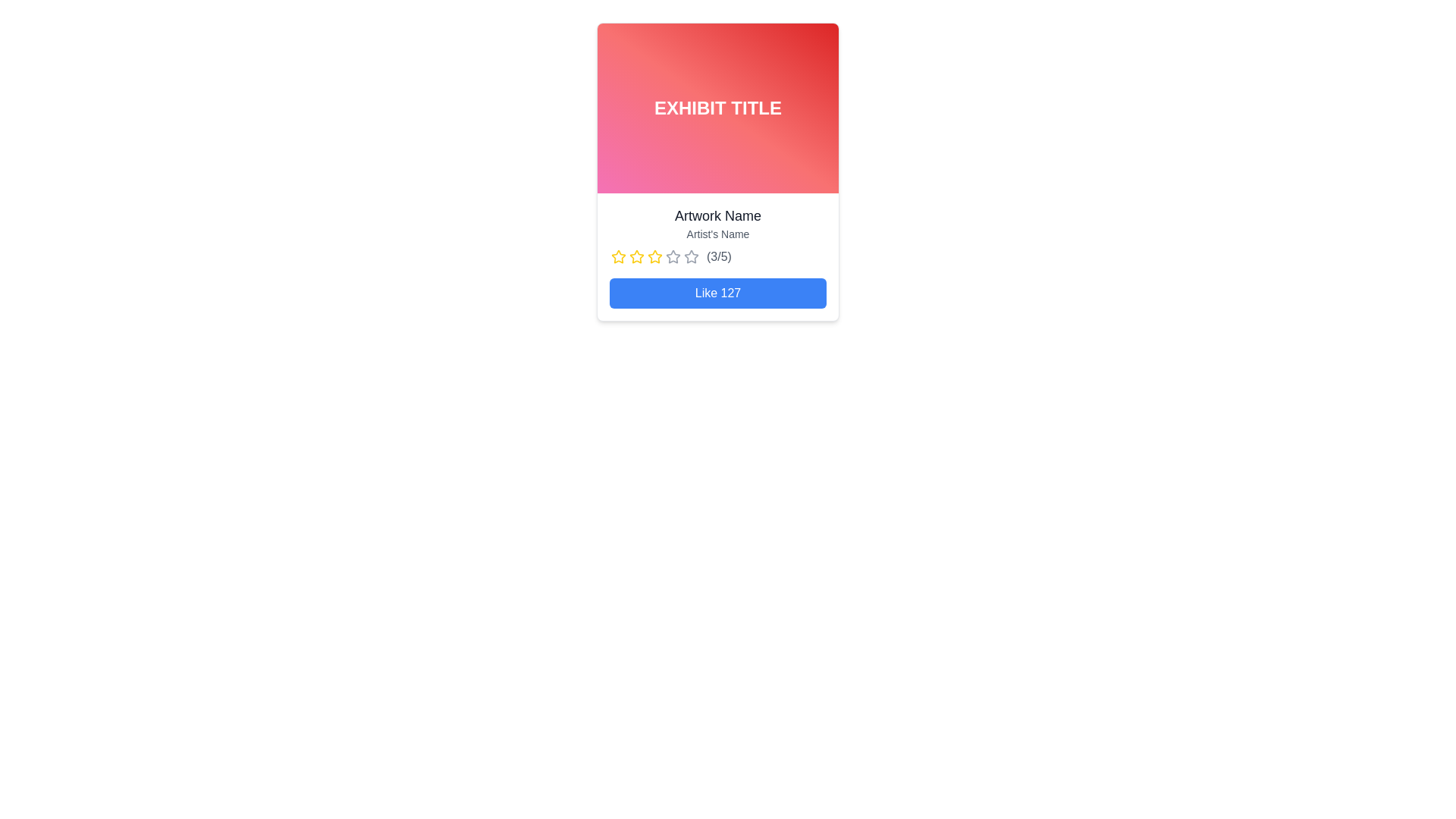 This screenshot has width=1456, height=819. I want to click on the third star icon, so click(654, 256).